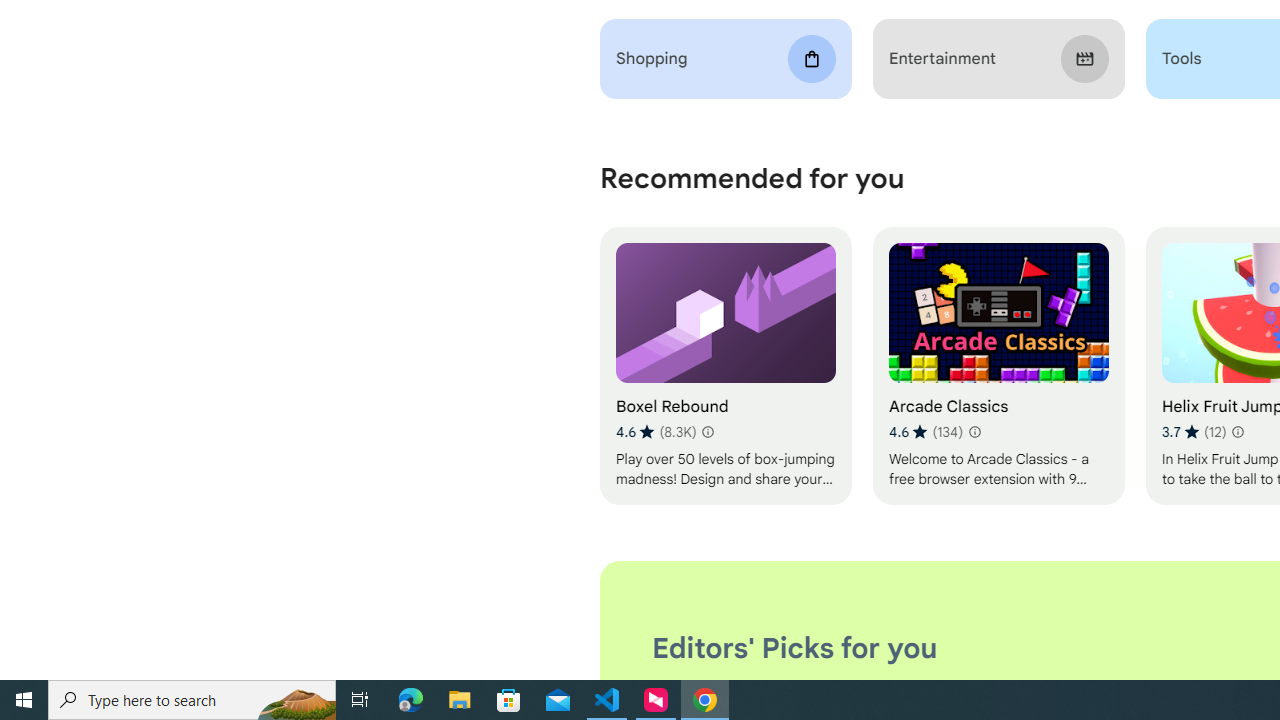  What do you see at coordinates (724, 58) in the screenshot?
I see `'Shopping'` at bounding box center [724, 58].